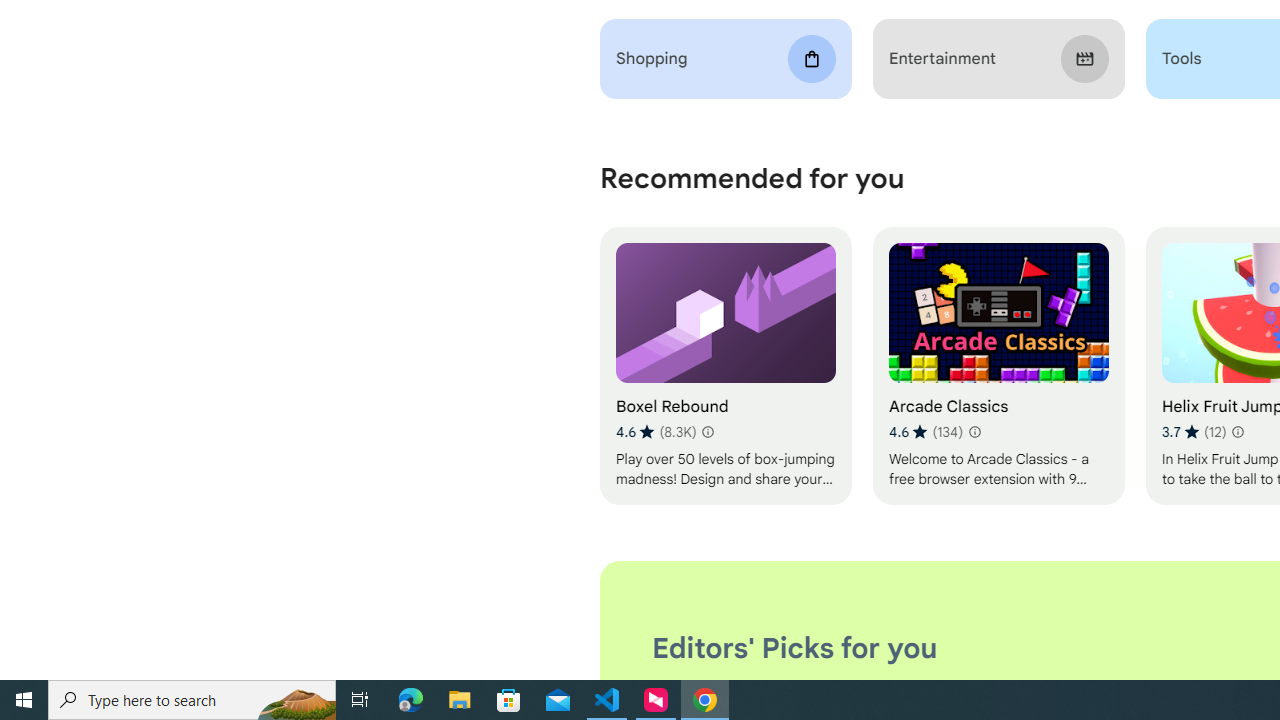  What do you see at coordinates (724, 58) in the screenshot?
I see `'Shopping'` at bounding box center [724, 58].